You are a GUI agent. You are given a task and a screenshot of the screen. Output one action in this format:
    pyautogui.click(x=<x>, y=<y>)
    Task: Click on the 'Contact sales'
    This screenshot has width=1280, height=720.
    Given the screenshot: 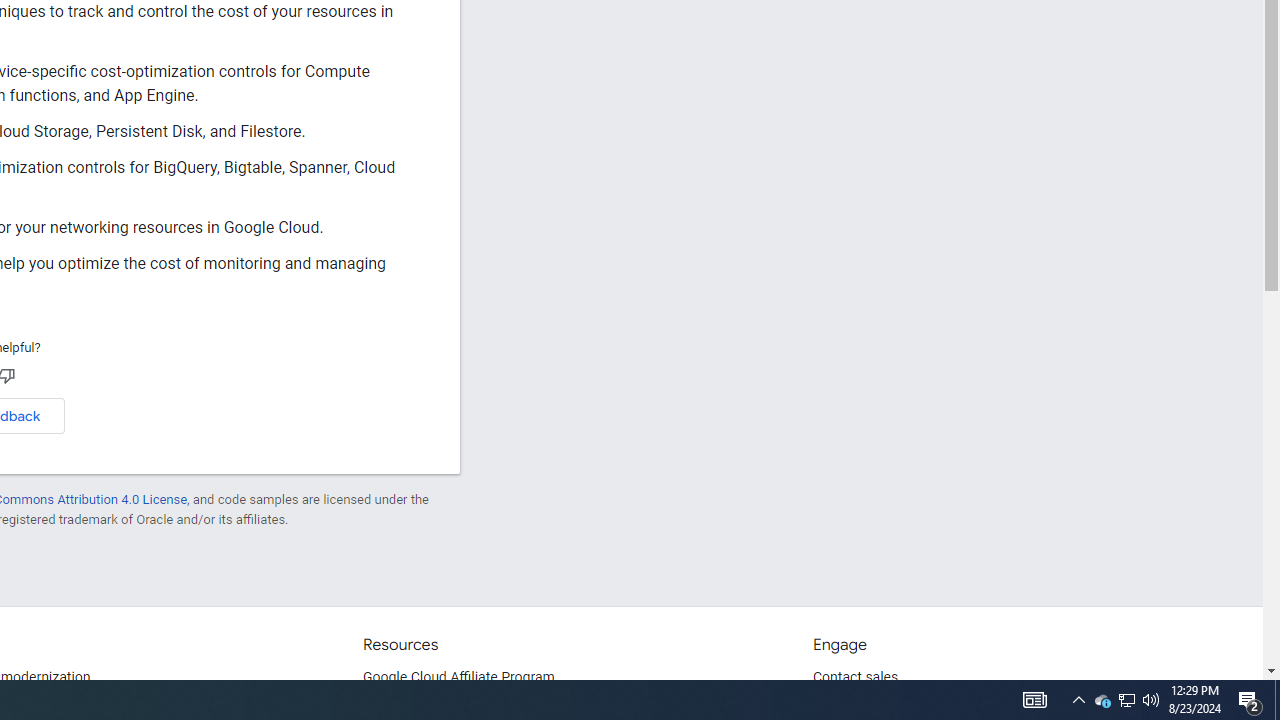 What is the action you would take?
    pyautogui.click(x=855, y=676)
    